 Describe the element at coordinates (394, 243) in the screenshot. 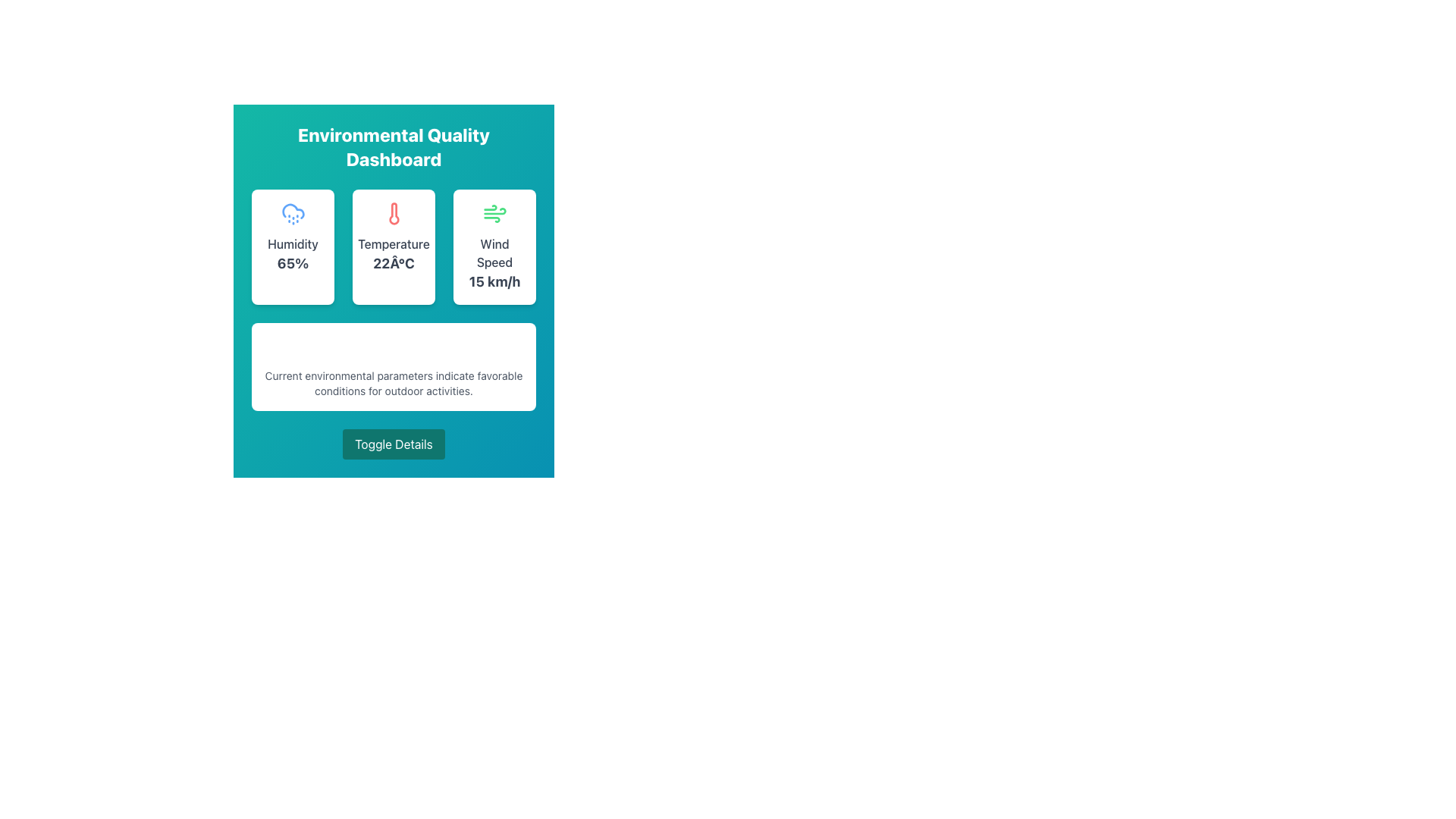

I see `the static text label displaying 'Temperature', which is located below a red thermometer icon and above the value '22°C' in the central card of a three-card layout` at that location.